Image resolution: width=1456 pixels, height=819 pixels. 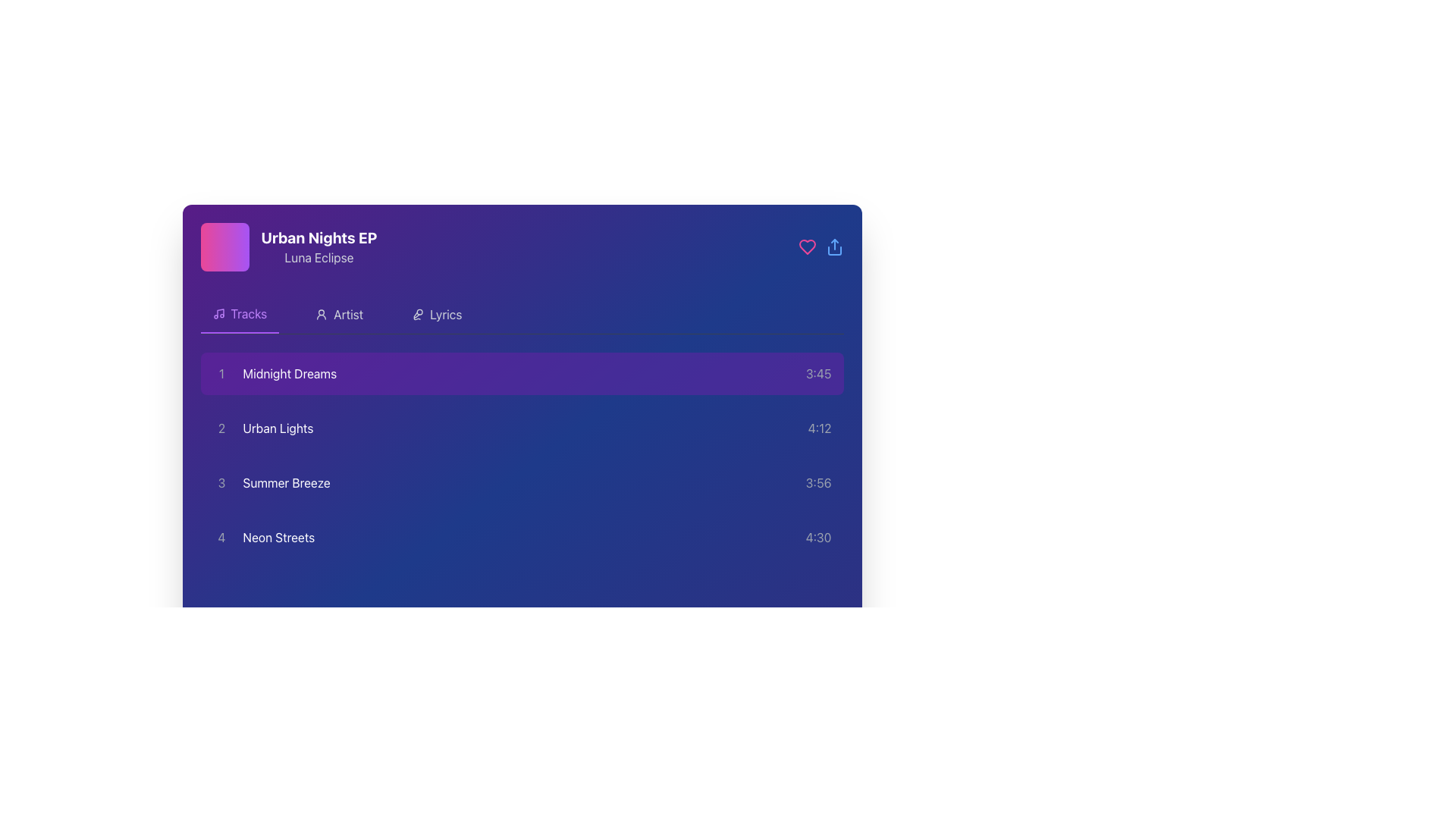 What do you see at coordinates (289, 246) in the screenshot?
I see `album title 'Urban Nights EP' and subtitle 'Luna Eclipse' from the information display block located in the top-left area of the music player interface` at bounding box center [289, 246].